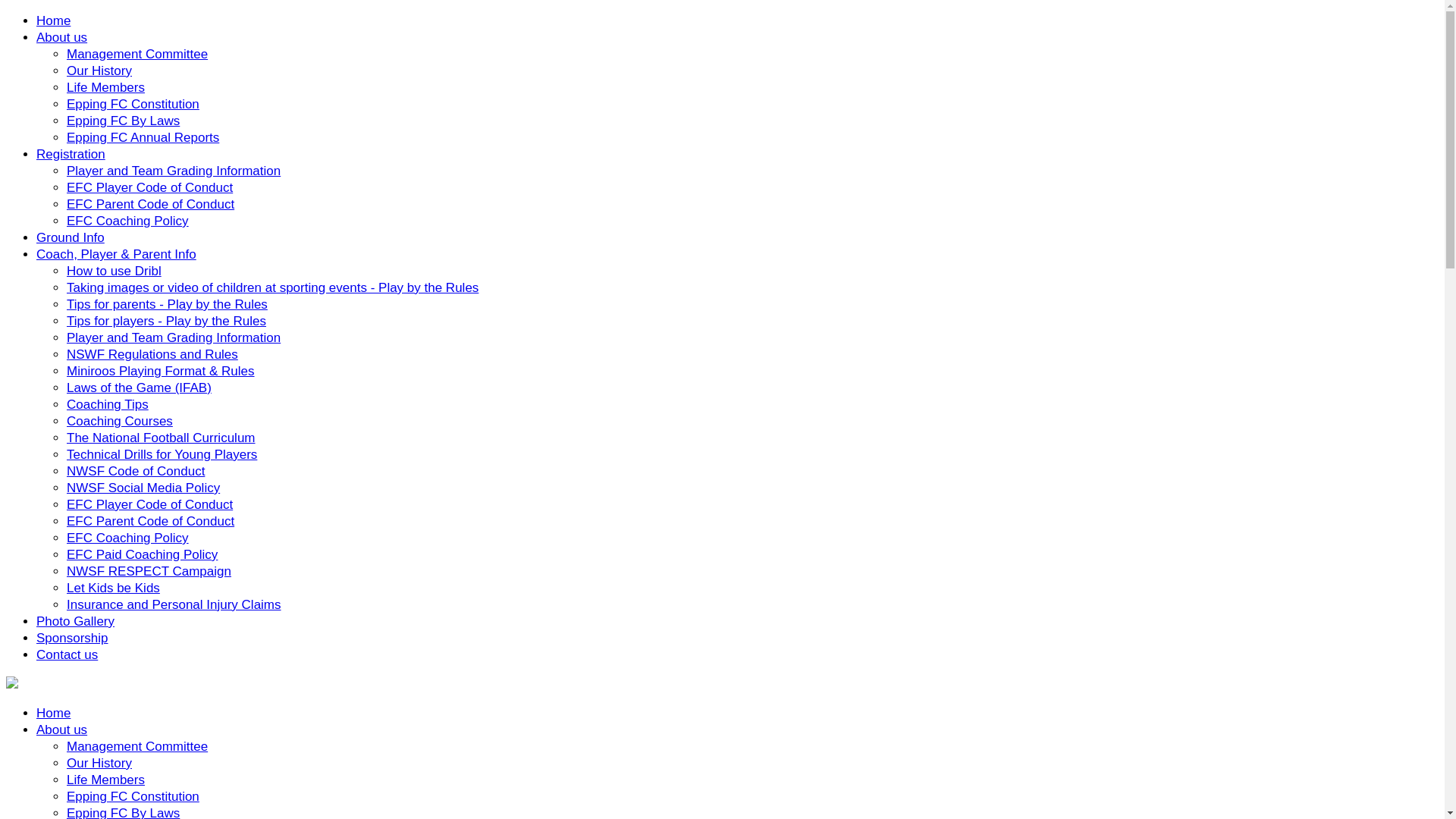  What do you see at coordinates (142, 554) in the screenshot?
I see `'EFC Paid Coaching Policy'` at bounding box center [142, 554].